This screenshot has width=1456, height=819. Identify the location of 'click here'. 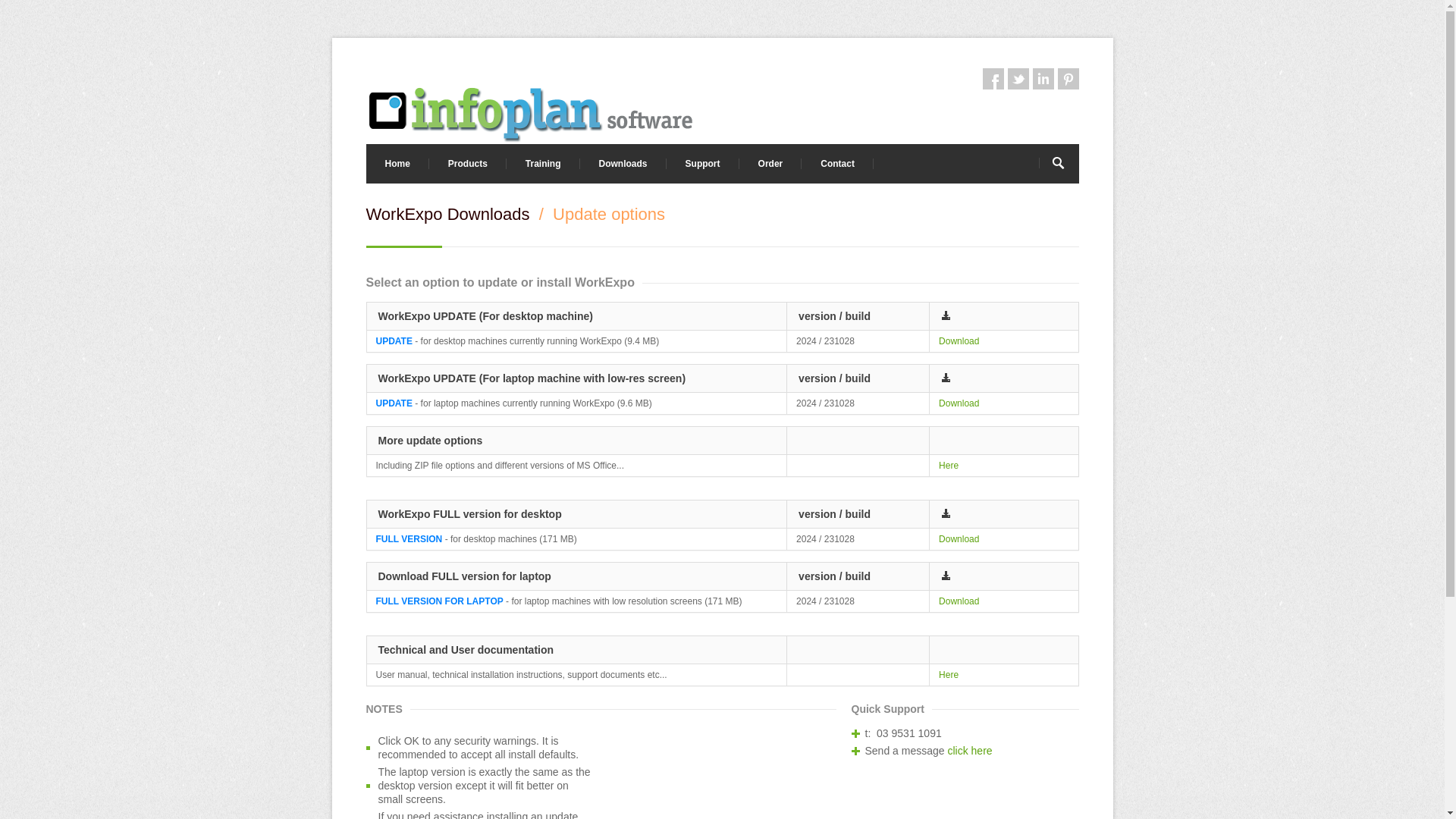
(968, 751).